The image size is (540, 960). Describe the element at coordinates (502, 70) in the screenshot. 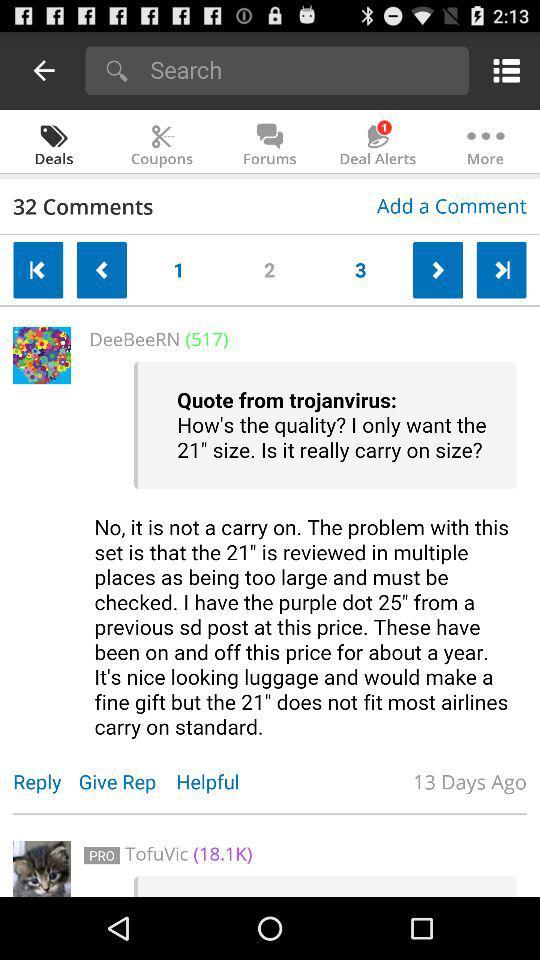

I see `submenu` at that location.